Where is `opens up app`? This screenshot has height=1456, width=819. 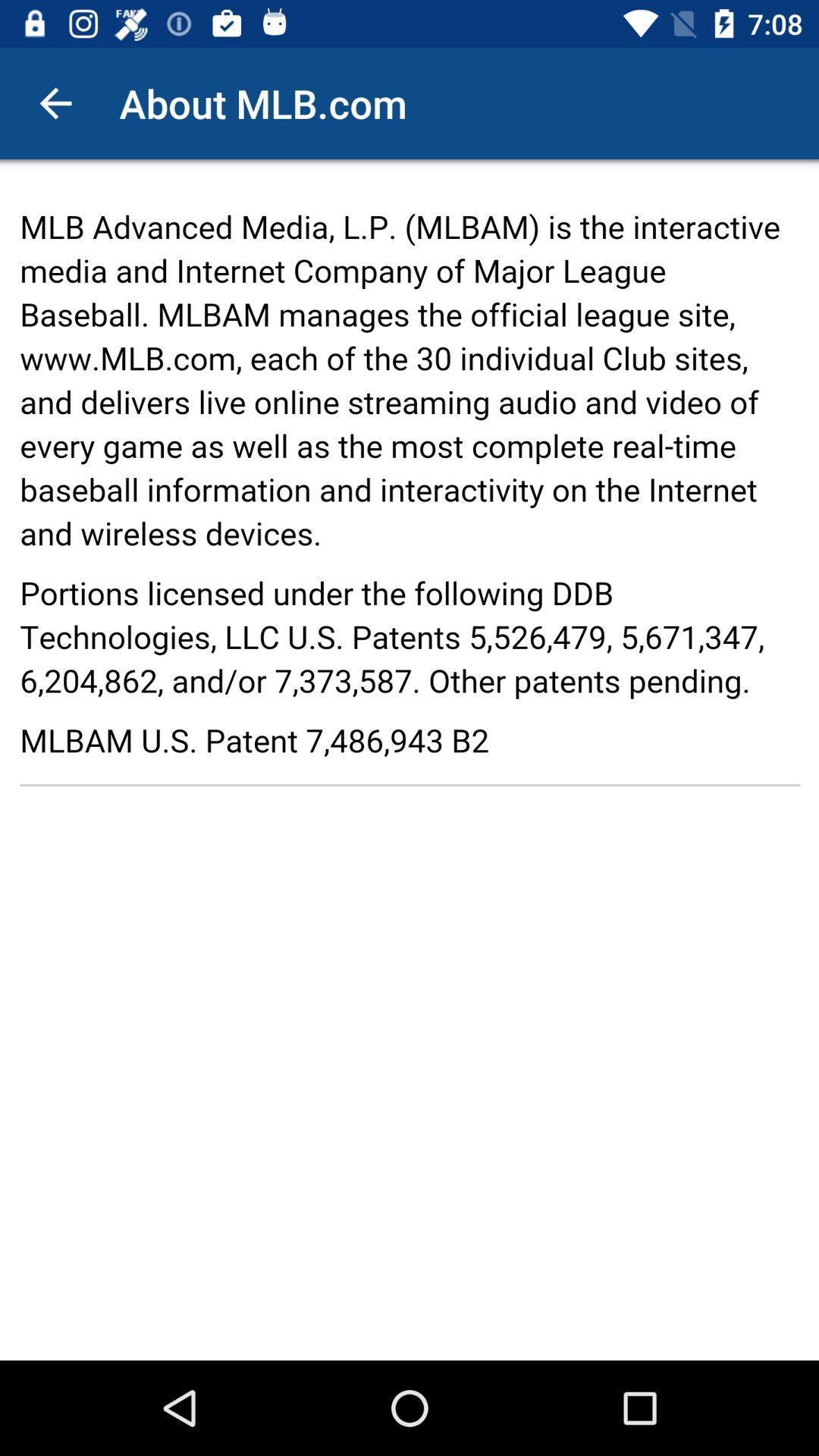
opens up app is located at coordinates (409, 760).